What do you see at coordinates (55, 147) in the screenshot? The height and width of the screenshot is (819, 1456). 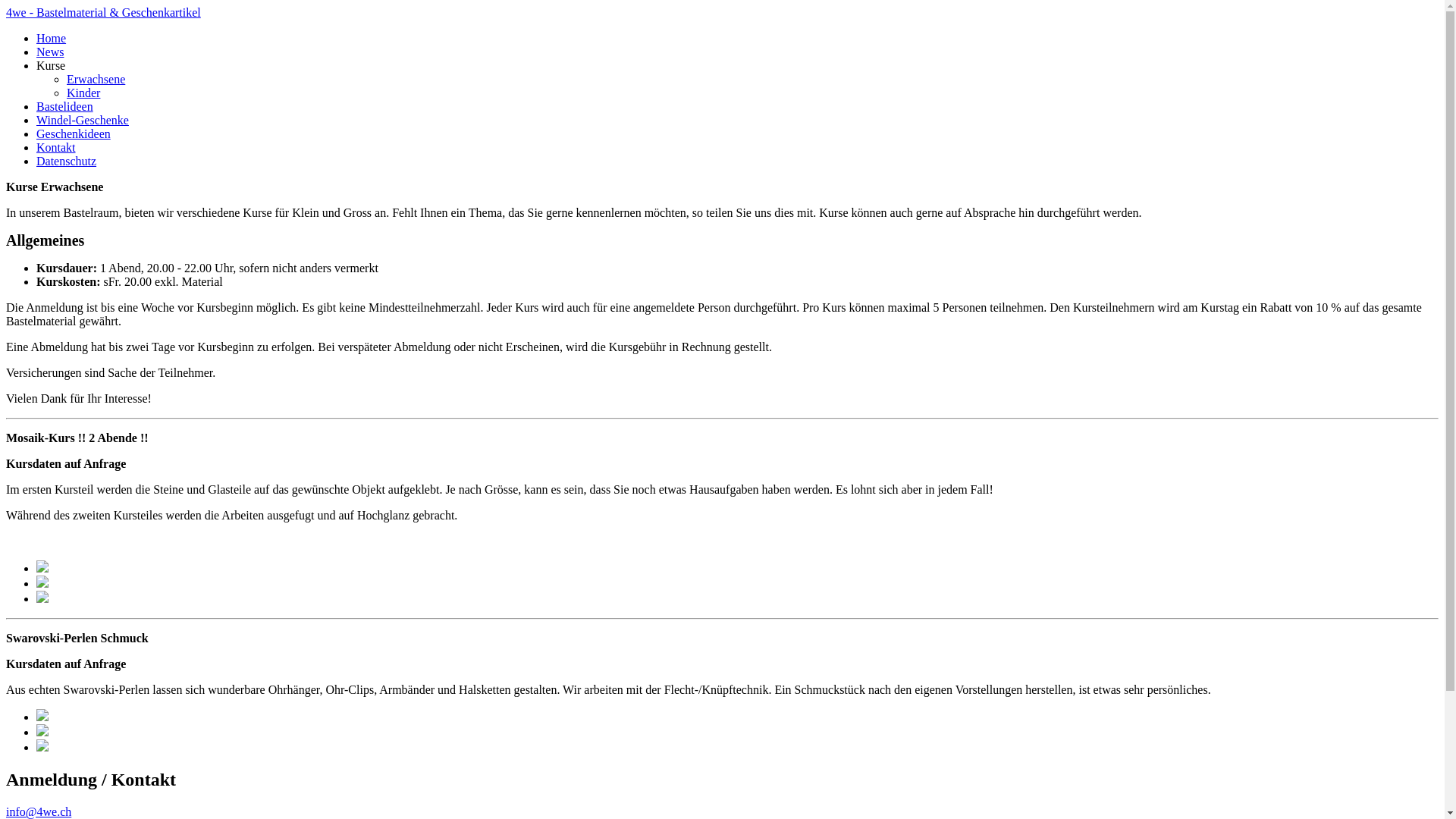 I see `'Kontakt'` at bounding box center [55, 147].